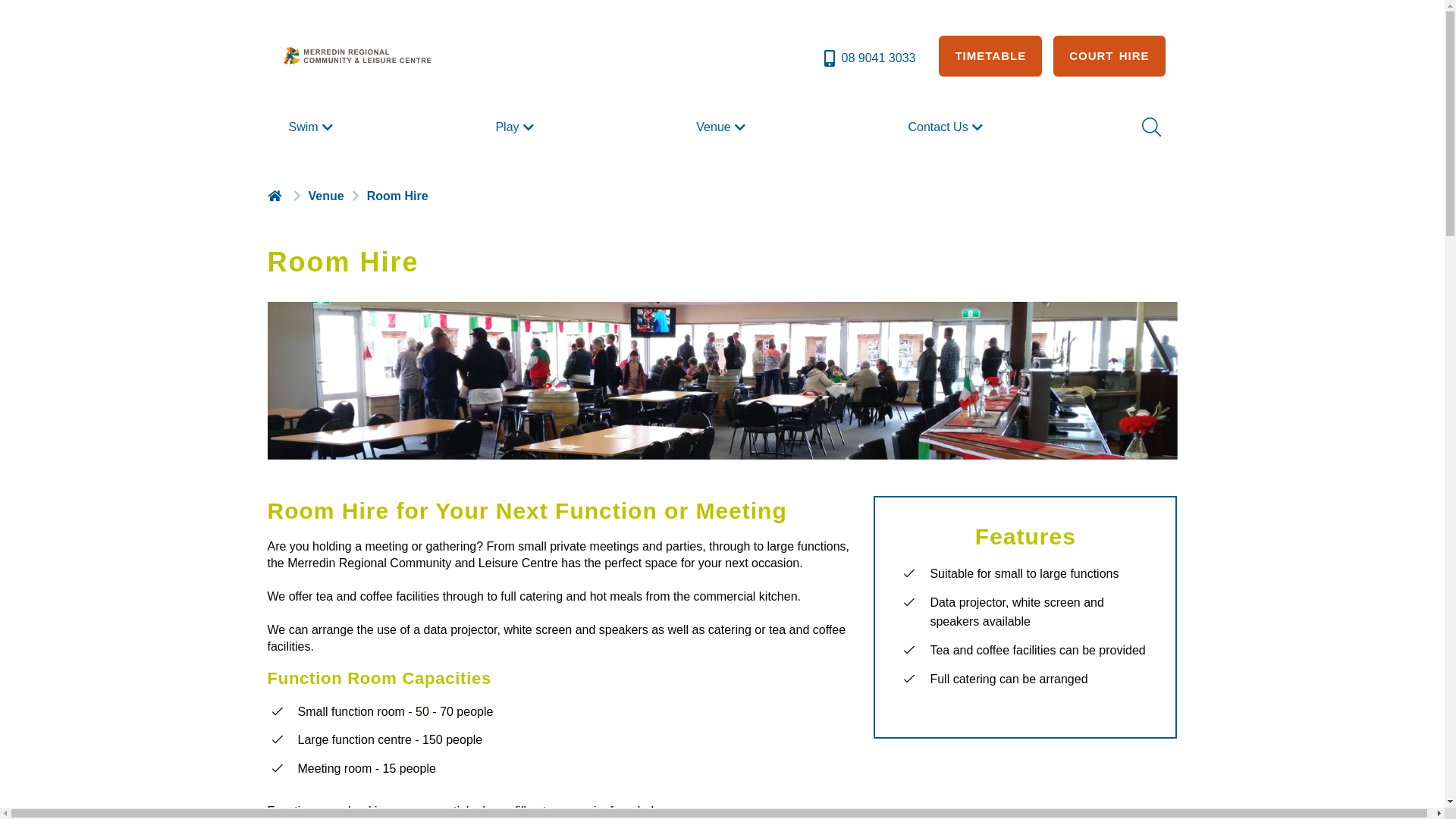 Image resolution: width=1456 pixels, height=819 pixels. Describe the element at coordinates (282, 127) in the screenshot. I see `'Swim'` at that location.